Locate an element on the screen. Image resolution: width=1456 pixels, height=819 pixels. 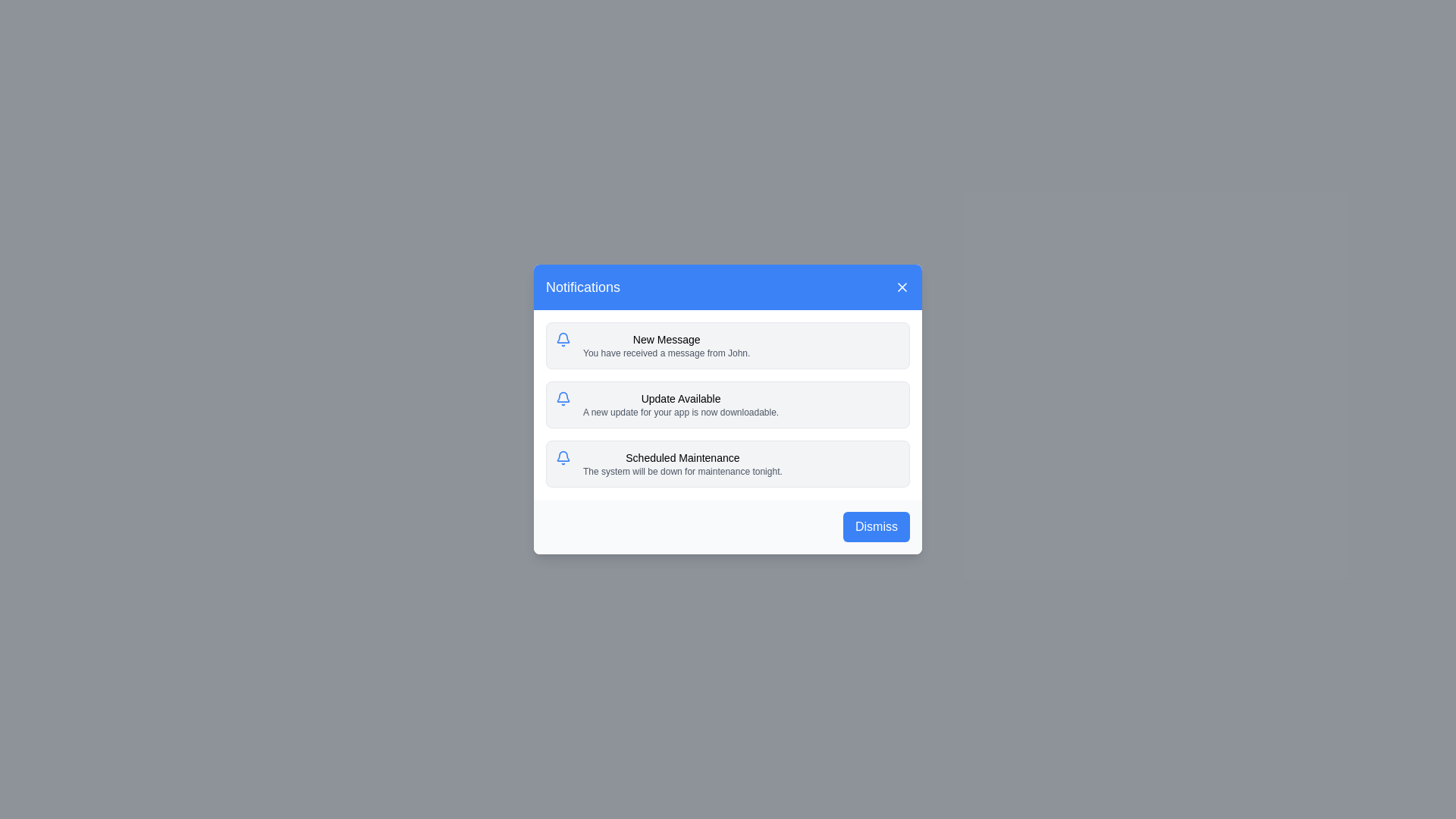
the text label displaying 'Scheduled Maintenance', which is styled as a headline and positioned at the top of the third notification block is located at coordinates (682, 457).